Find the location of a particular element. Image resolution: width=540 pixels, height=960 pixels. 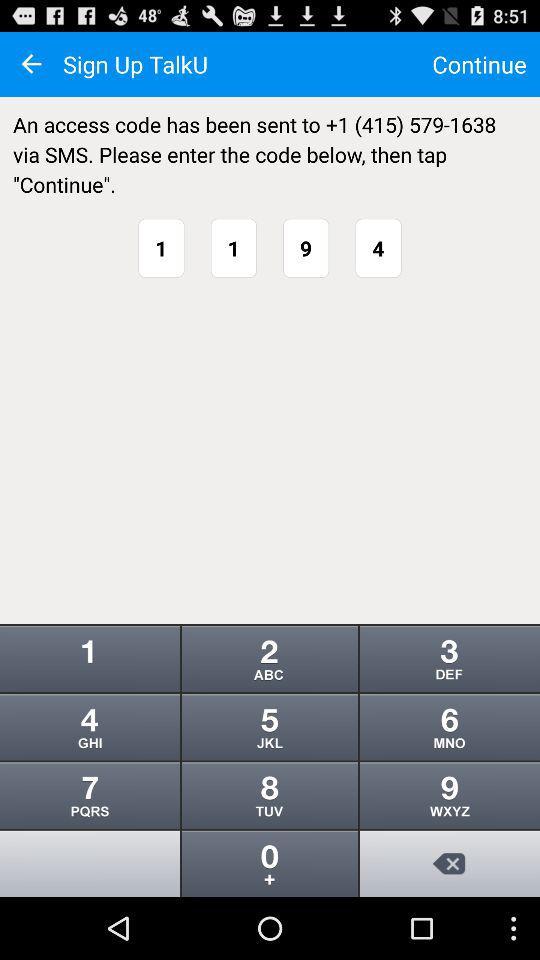

the more icon is located at coordinates (270, 777).